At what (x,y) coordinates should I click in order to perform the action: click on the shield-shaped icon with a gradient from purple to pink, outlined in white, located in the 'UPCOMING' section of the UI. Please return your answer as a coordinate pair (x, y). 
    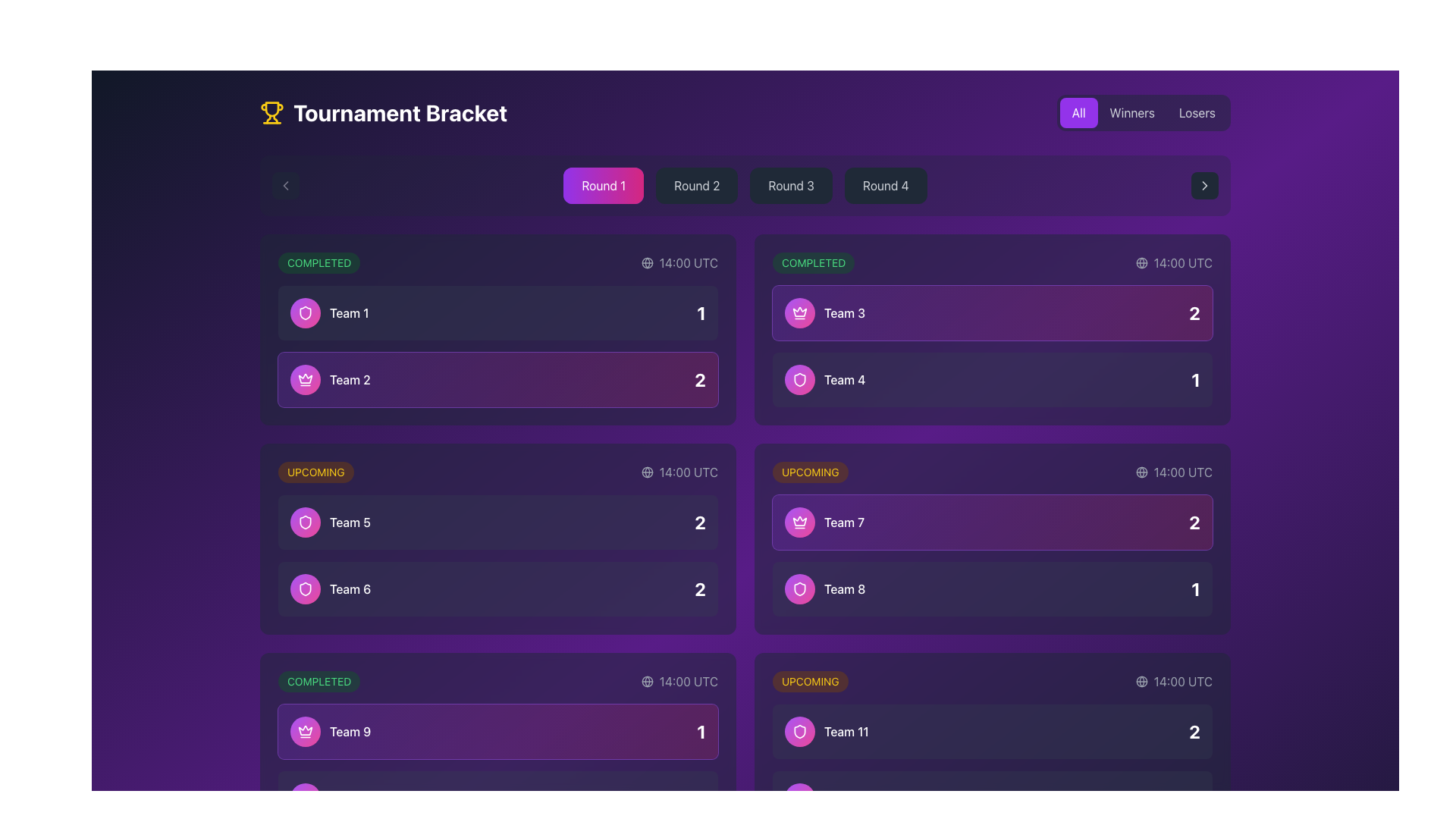
    Looking at the image, I should click on (305, 312).